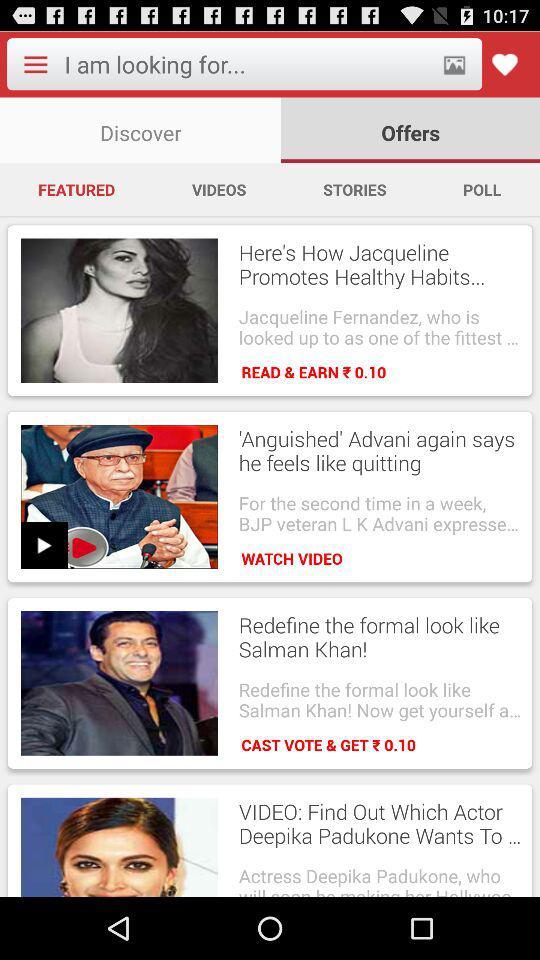 The width and height of the screenshot is (540, 960). I want to click on the wallpaper icon, so click(454, 68).